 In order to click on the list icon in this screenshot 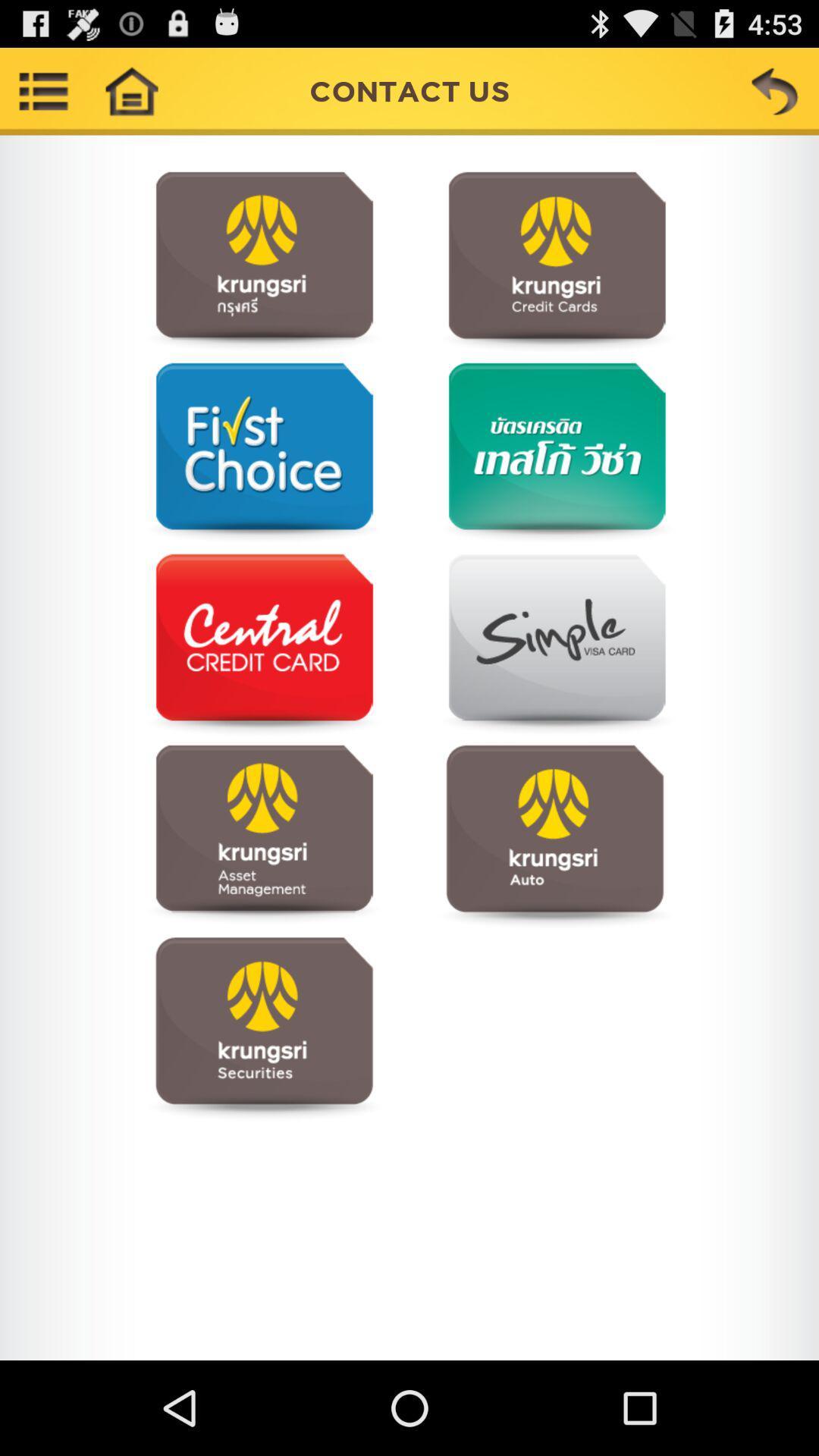, I will do `click(42, 97)`.